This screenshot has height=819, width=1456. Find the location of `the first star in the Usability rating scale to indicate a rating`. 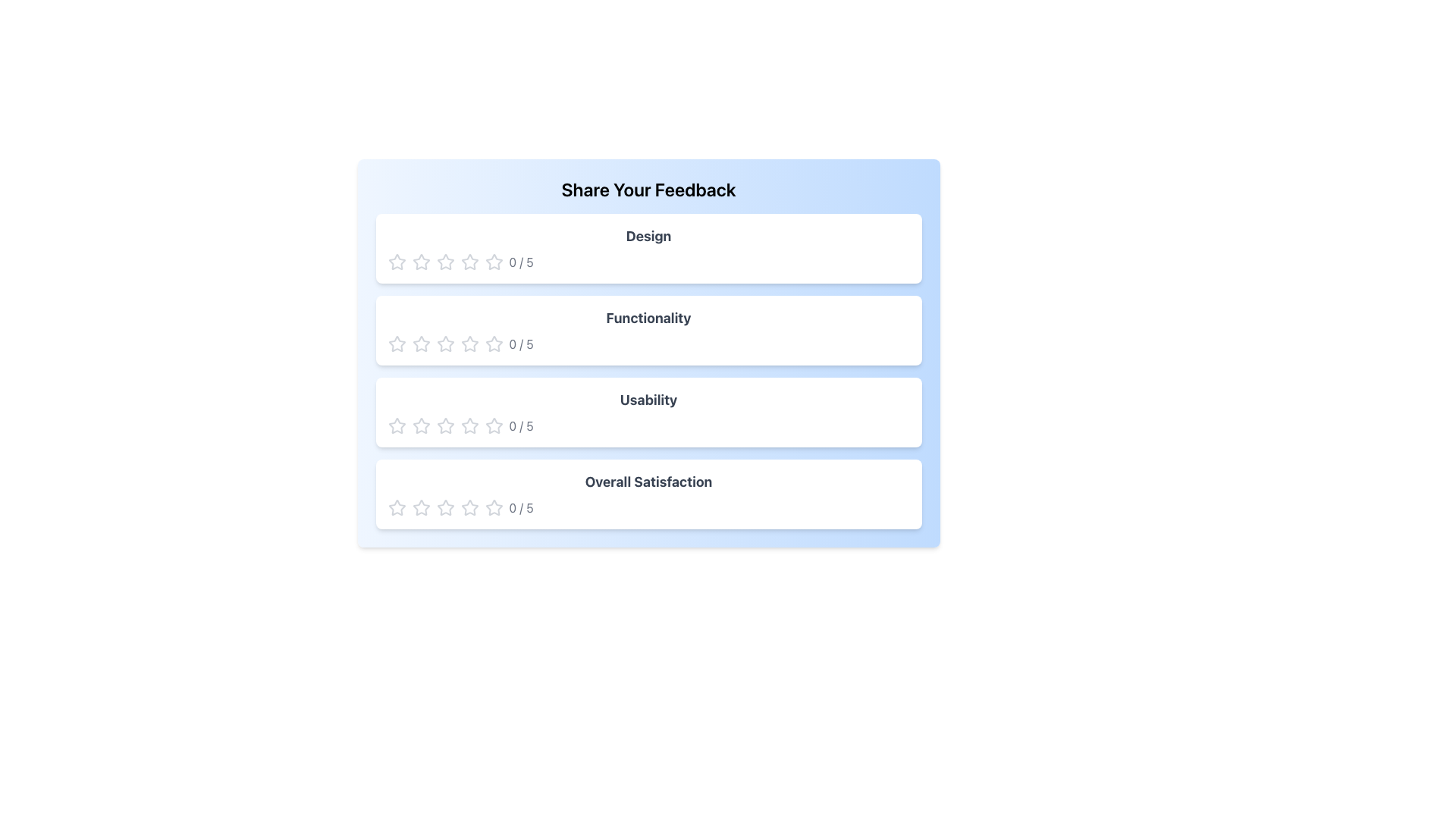

the first star in the Usability rating scale to indicate a rating is located at coordinates (444, 425).